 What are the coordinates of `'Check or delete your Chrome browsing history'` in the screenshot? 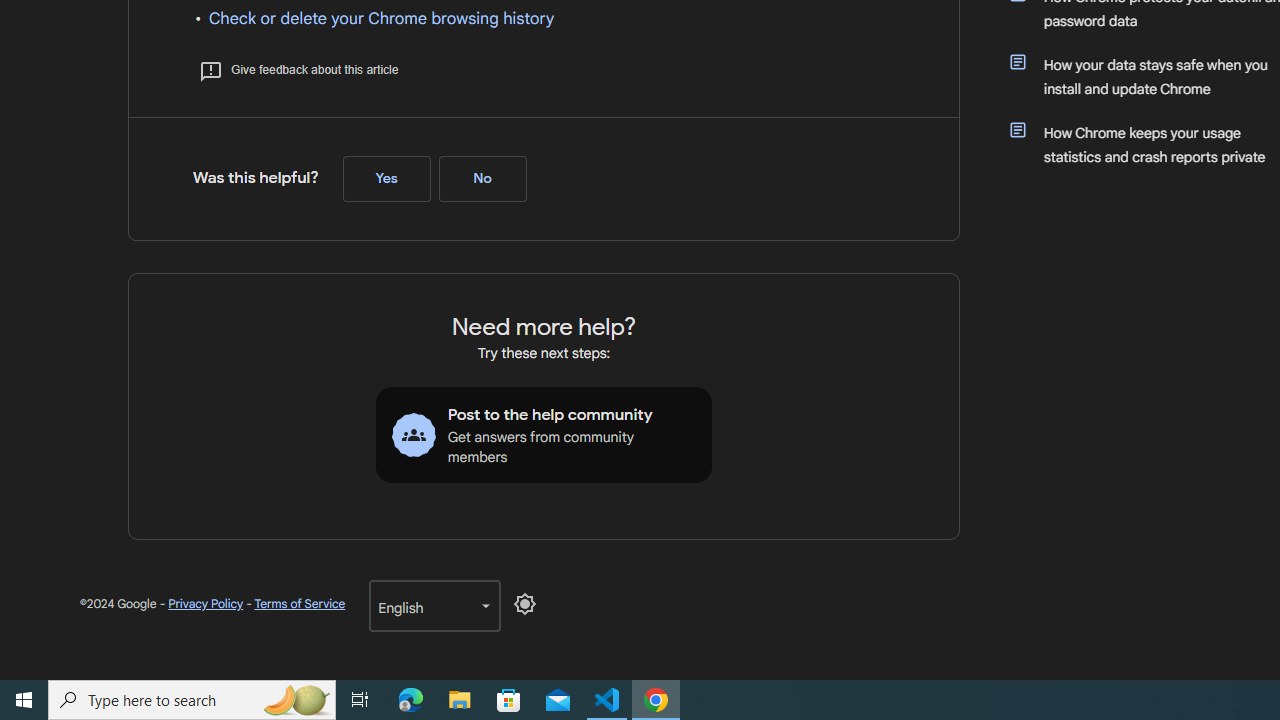 It's located at (382, 18).